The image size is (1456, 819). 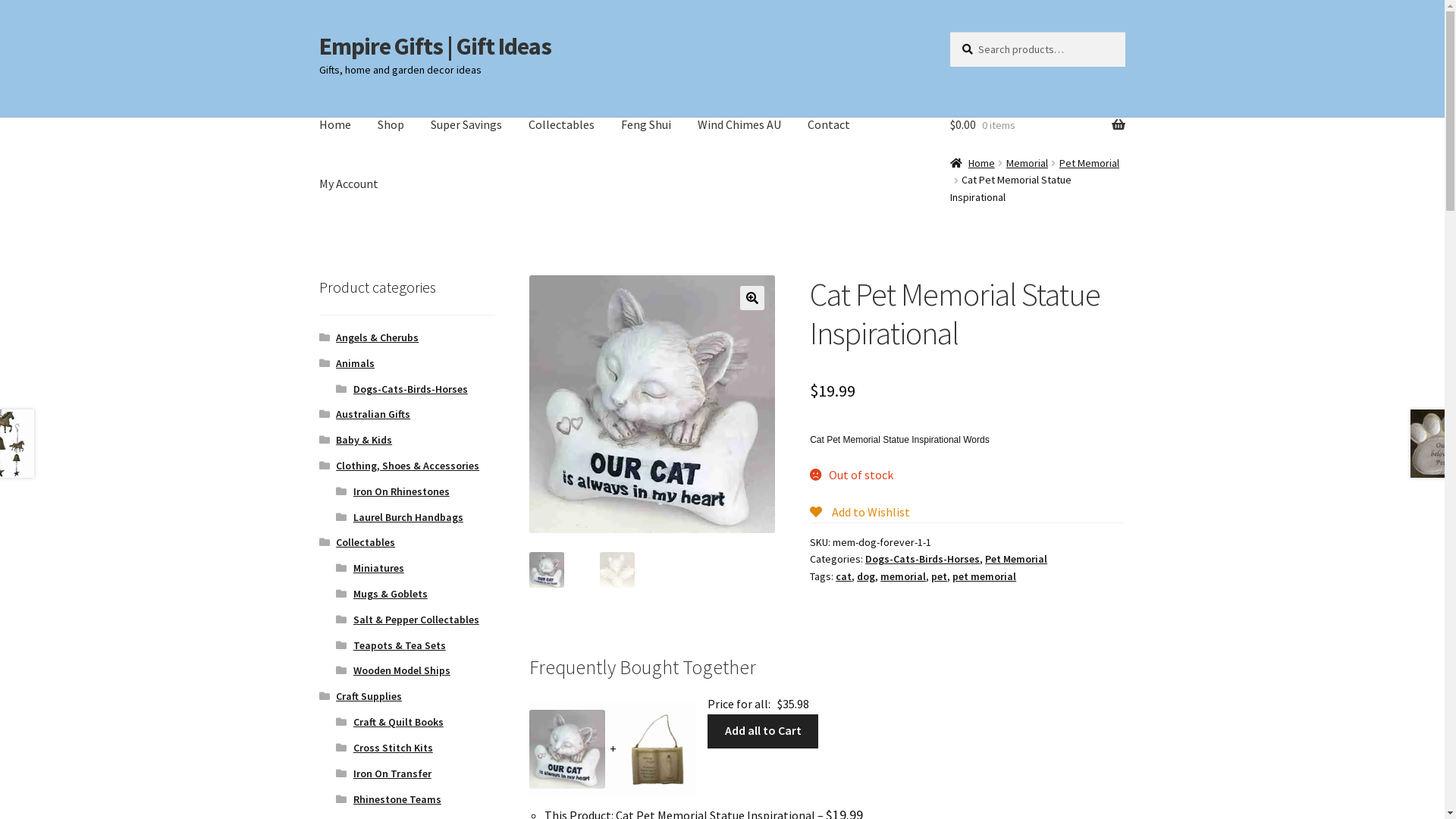 I want to click on 'dog', so click(x=856, y=576).